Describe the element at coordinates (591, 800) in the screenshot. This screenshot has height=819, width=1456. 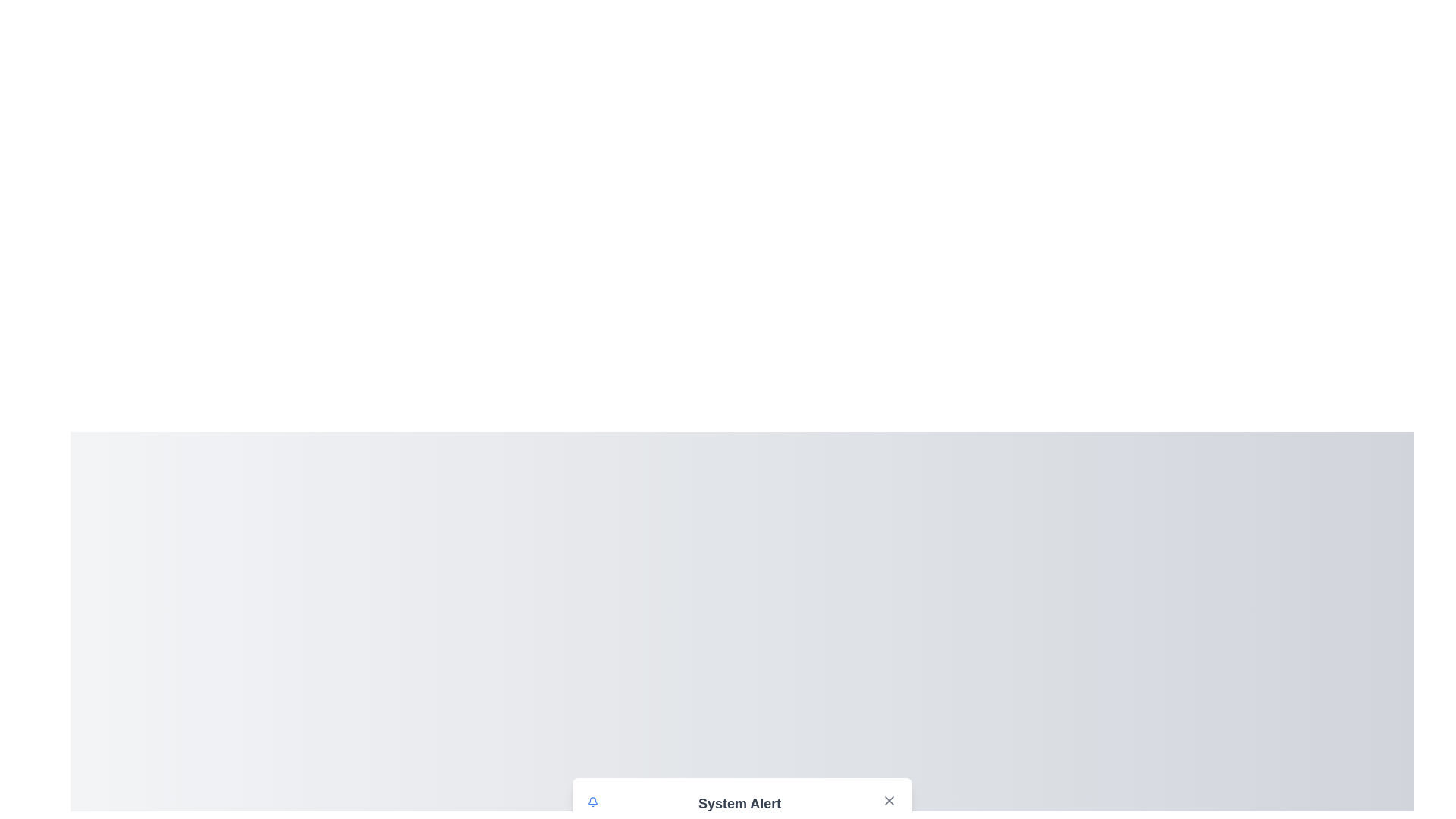
I see `the bell-shaped icon element located at the left-hand side of the bottom-center area of the interface, adjacent to the text 'System Alert'` at that location.